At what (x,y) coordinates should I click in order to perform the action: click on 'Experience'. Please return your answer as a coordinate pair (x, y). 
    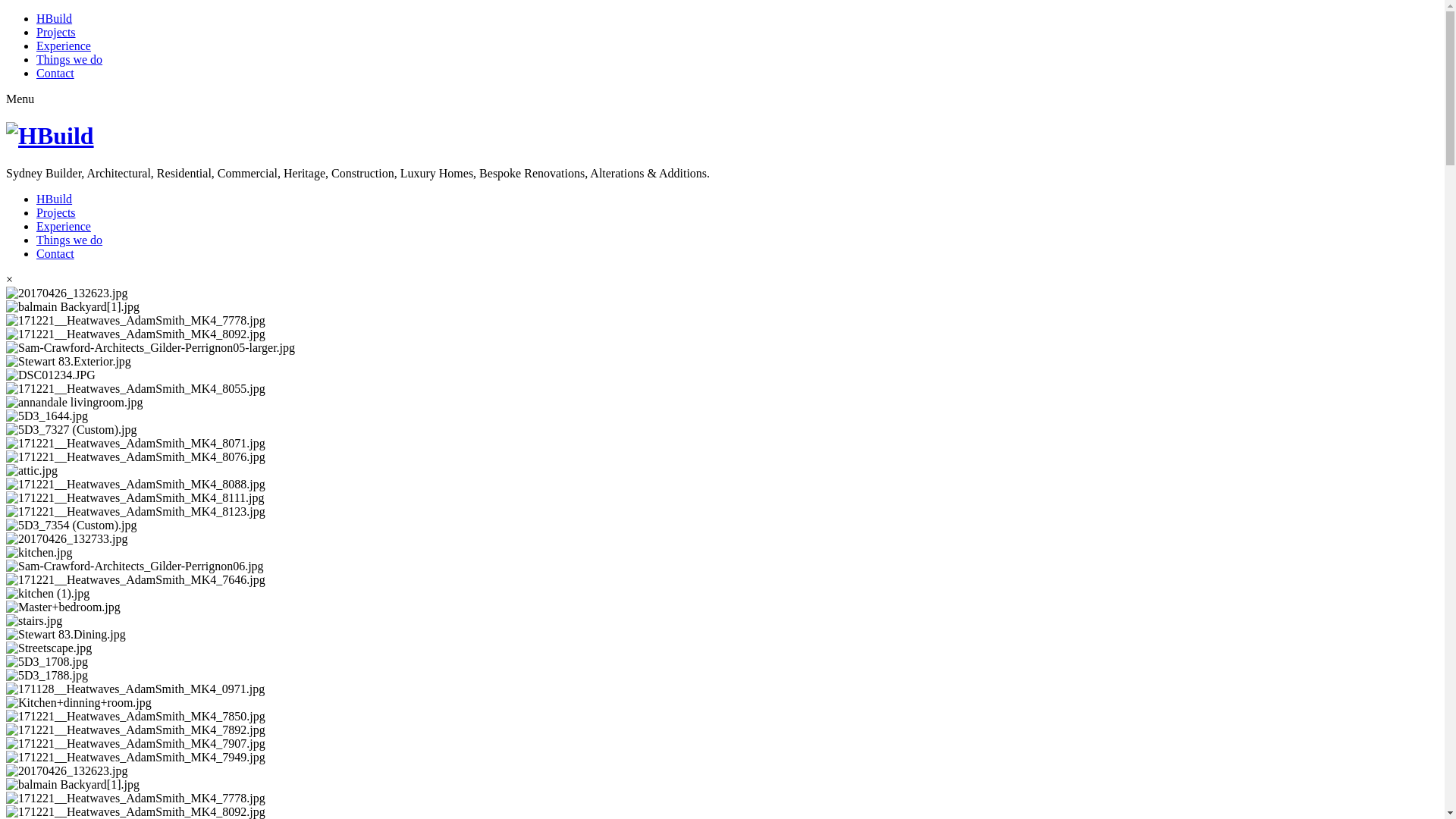
    Looking at the image, I should click on (62, 45).